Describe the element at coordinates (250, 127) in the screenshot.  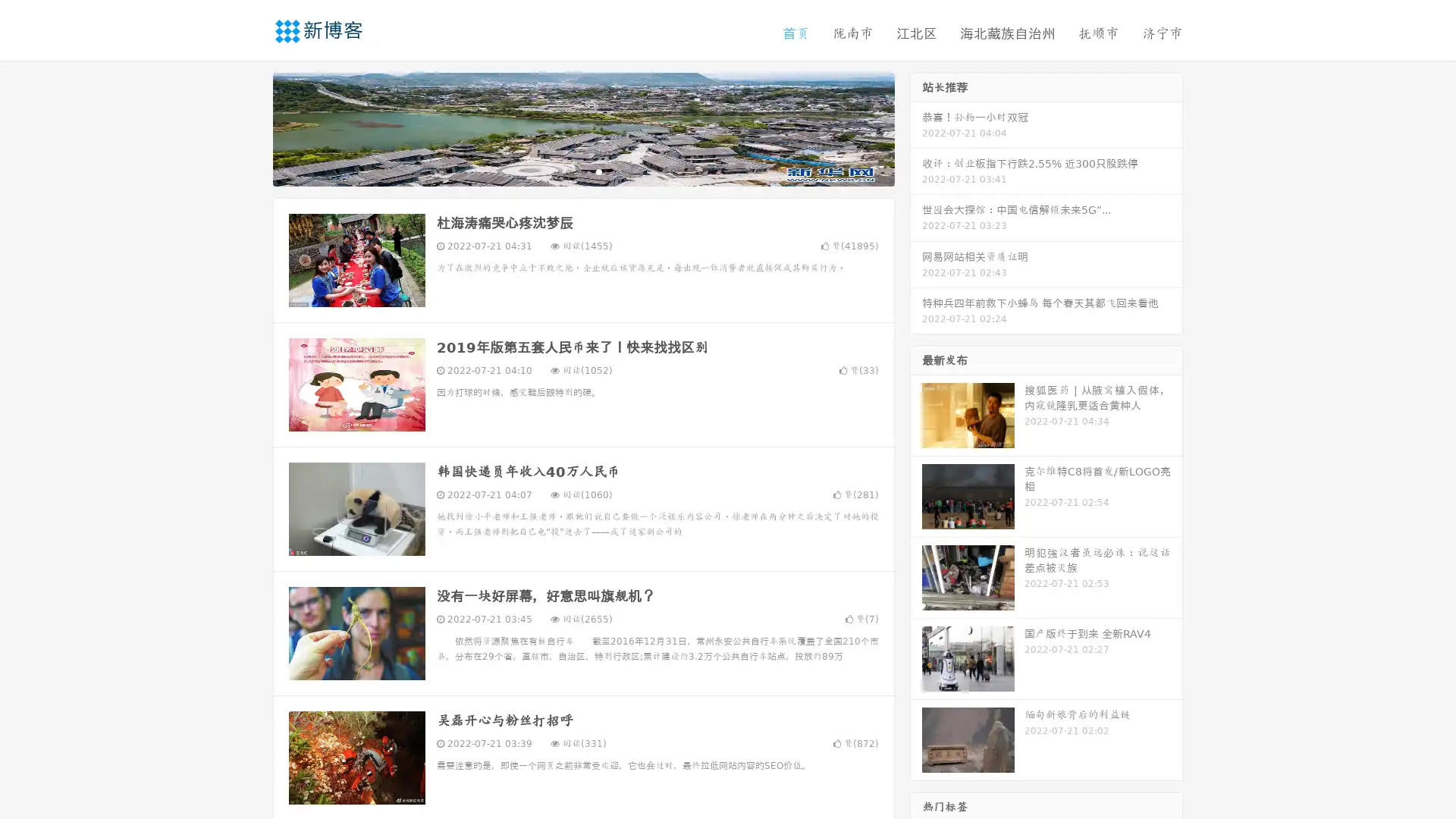
I see `Previous slide` at that location.